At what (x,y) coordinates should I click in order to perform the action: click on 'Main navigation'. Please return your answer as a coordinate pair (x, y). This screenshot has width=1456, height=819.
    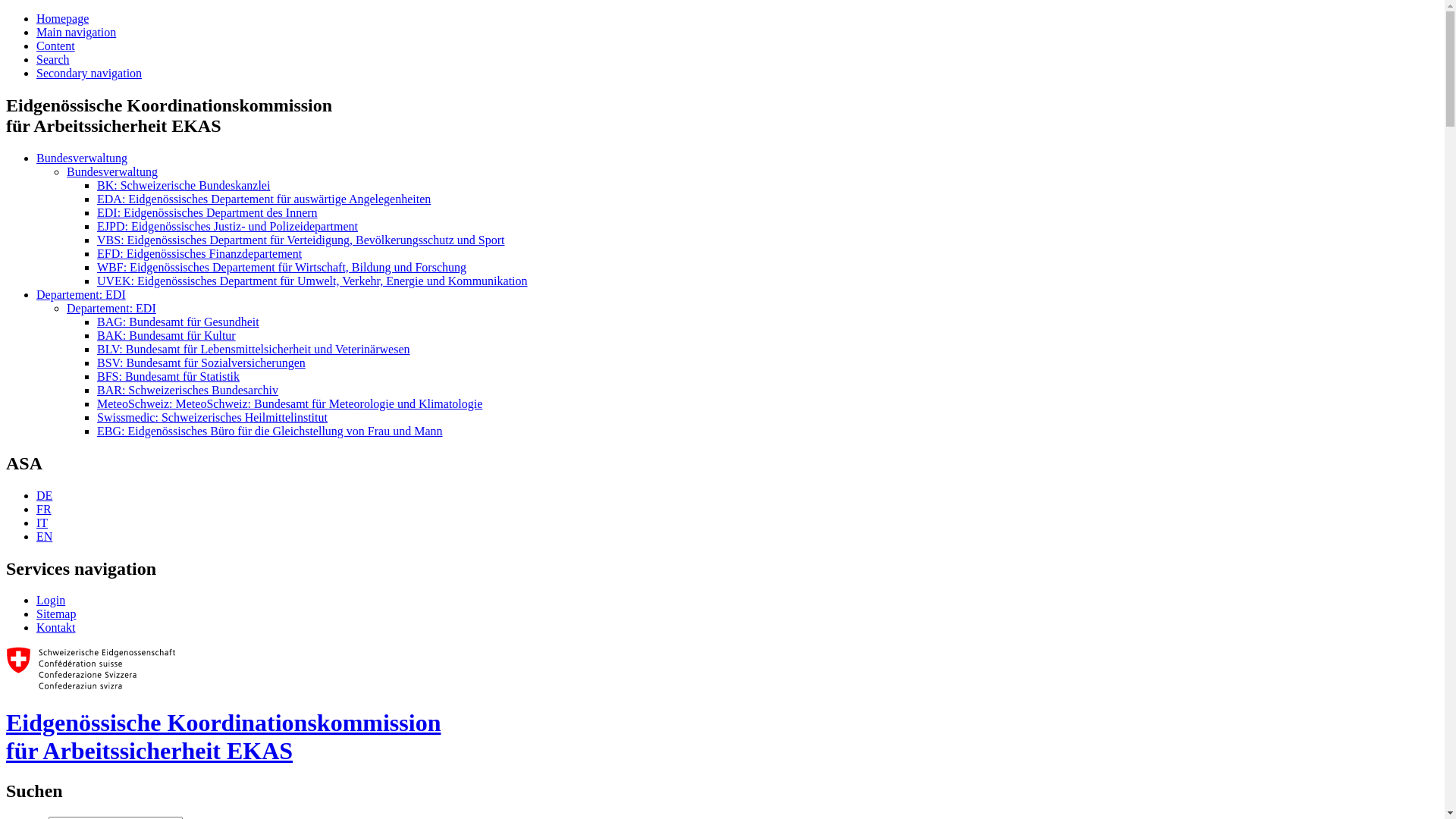
    Looking at the image, I should click on (75, 32).